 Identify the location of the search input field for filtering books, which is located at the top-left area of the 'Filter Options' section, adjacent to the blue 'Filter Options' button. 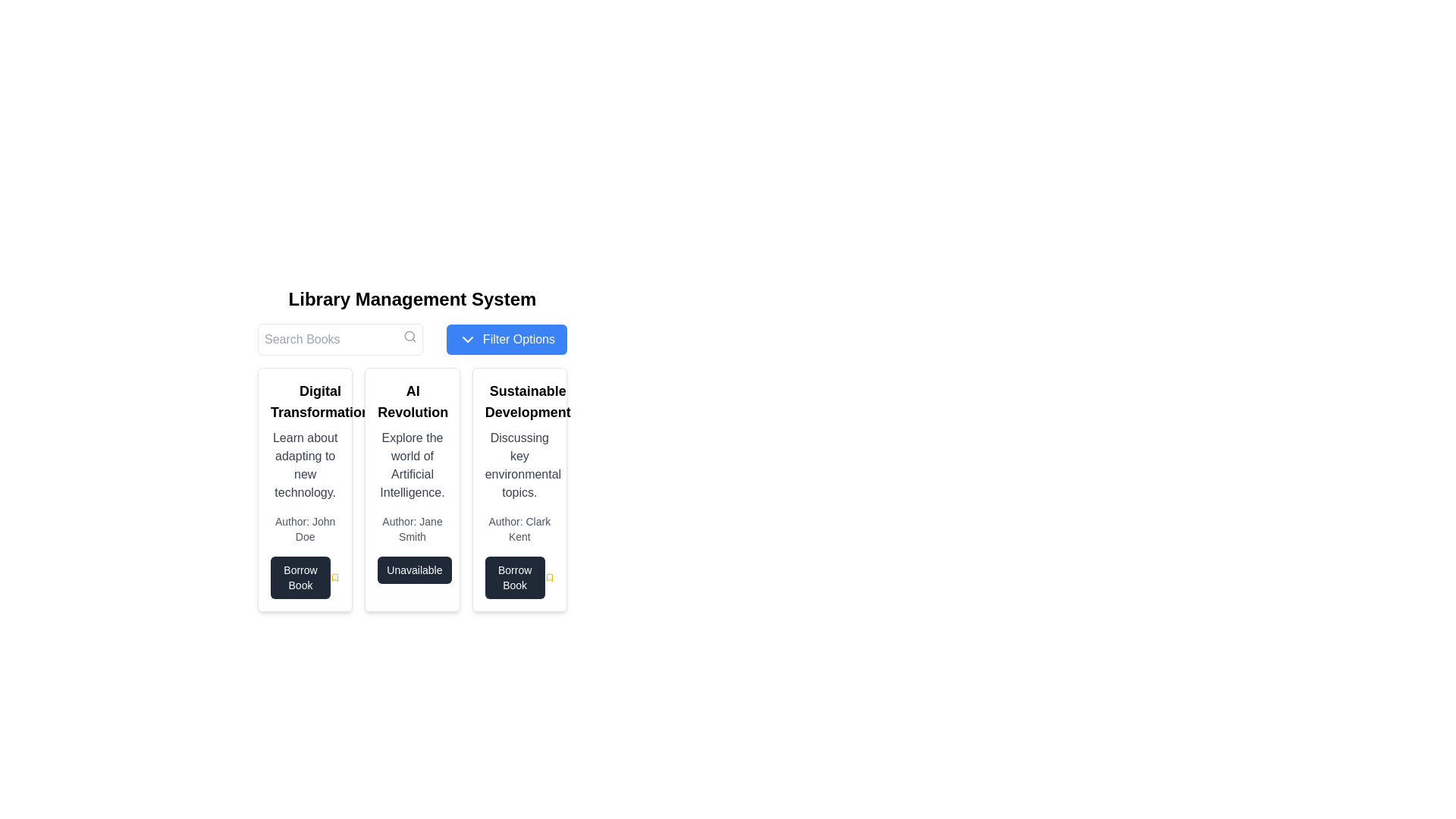
(340, 338).